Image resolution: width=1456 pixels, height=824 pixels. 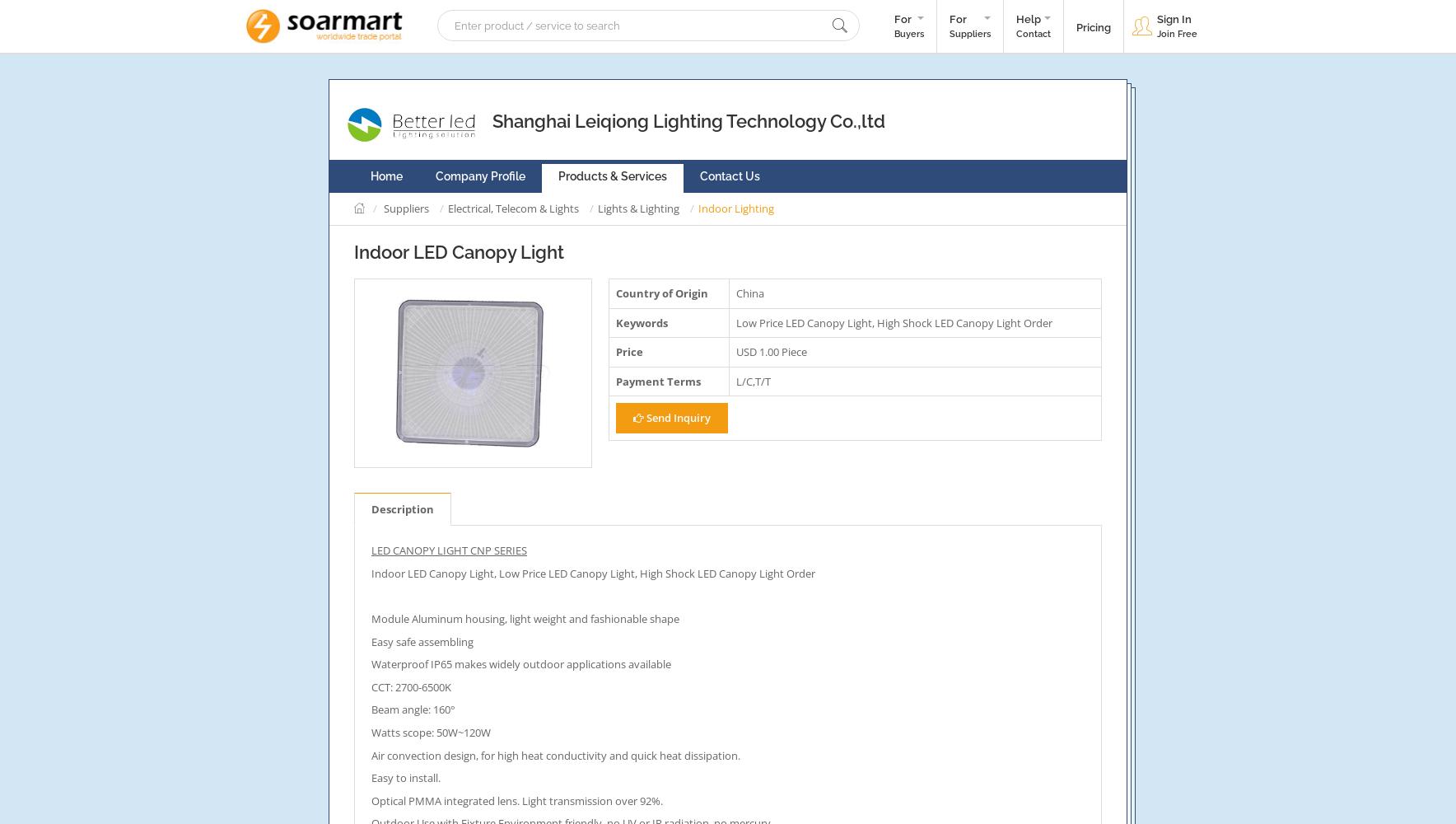 What do you see at coordinates (957, 77) in the screenshot?
I see `'Post Buying Requirement'` at bounding box center [957, 77].